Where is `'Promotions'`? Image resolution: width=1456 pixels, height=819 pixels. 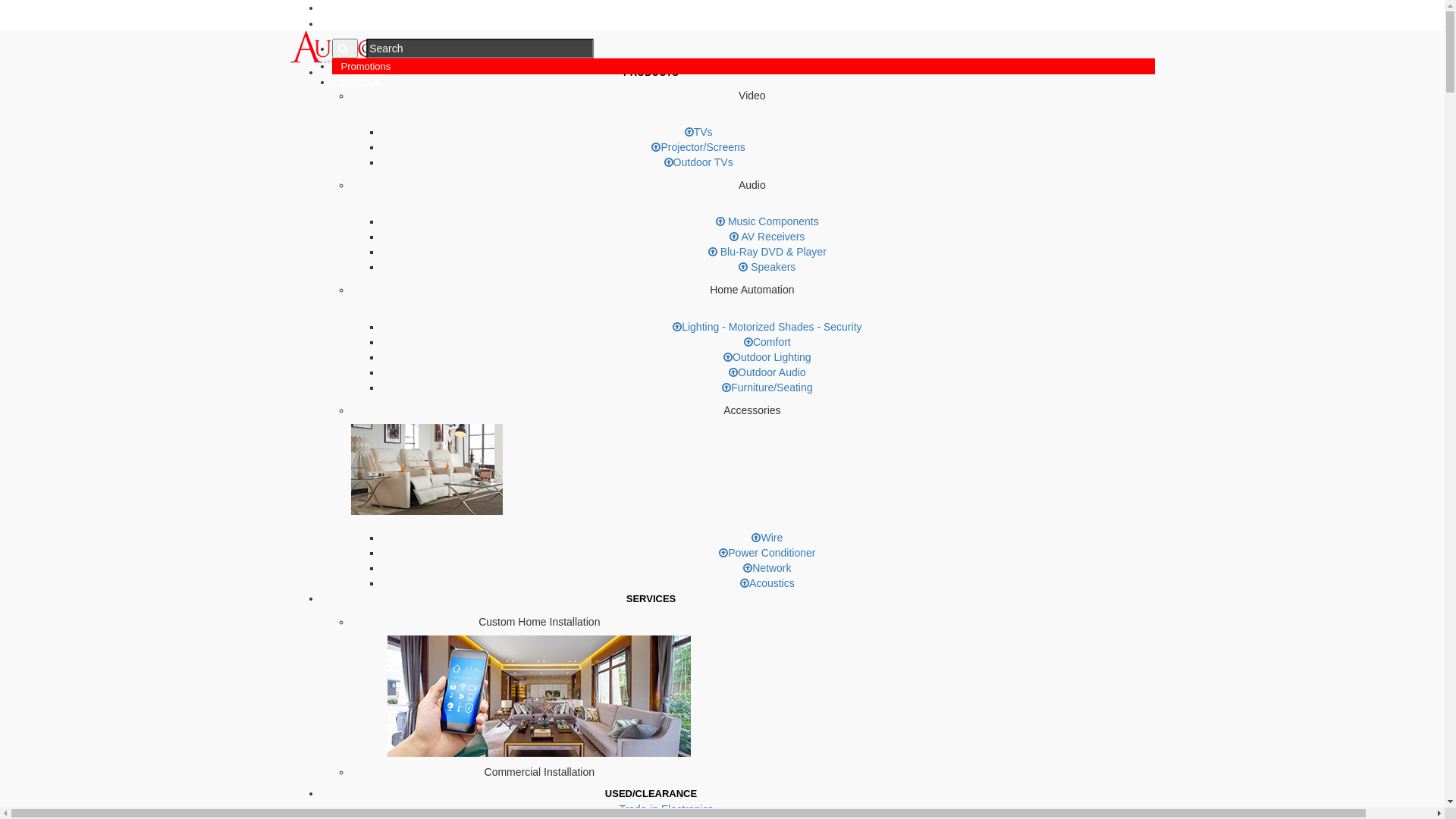
'Promotions' is located at coordinates (366, 65).